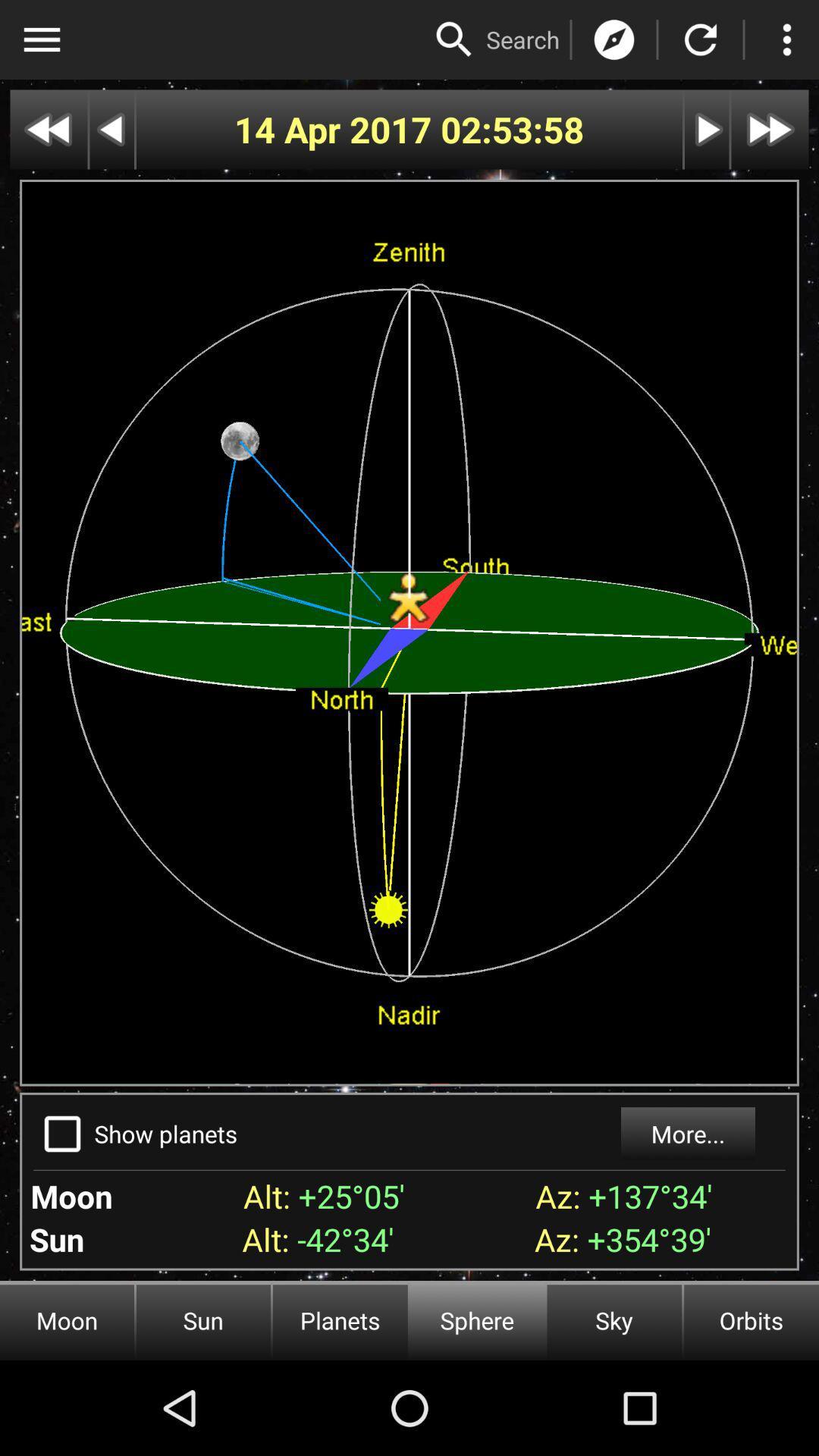 Image resolution: width=819 pixels, height=1456 pixels. Describe the element at coordinates (770, 130) in the screenshot. I see `go forward` at that location.